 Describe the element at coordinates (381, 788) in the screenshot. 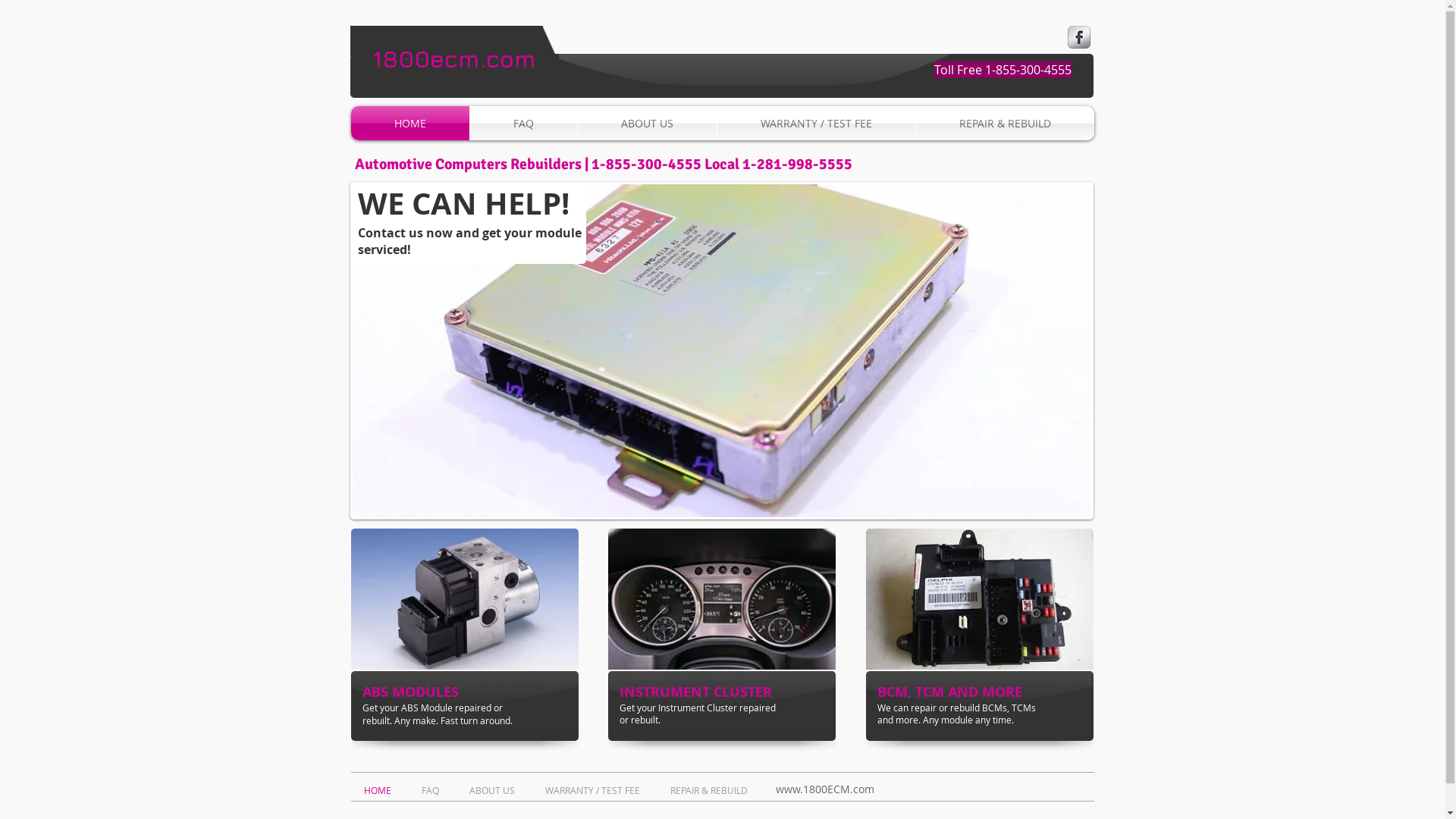

I see `'HOME'` at that location.